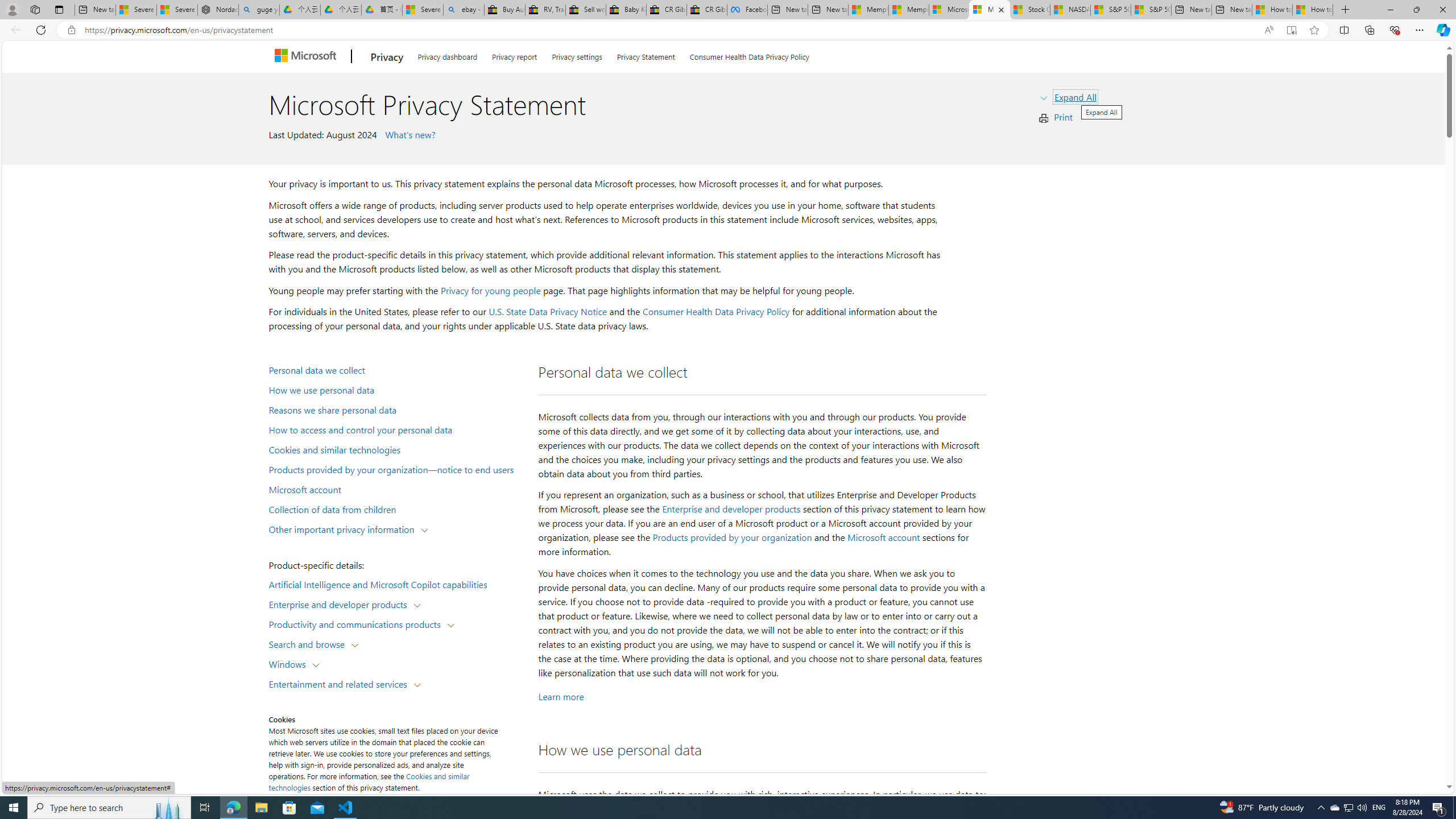  What do you see at coordinates (396, 584) in the screenshot?
I see `'Artificial Intelligence and Microsoft Copilot capabilities'` at bounding box center [396, 584].